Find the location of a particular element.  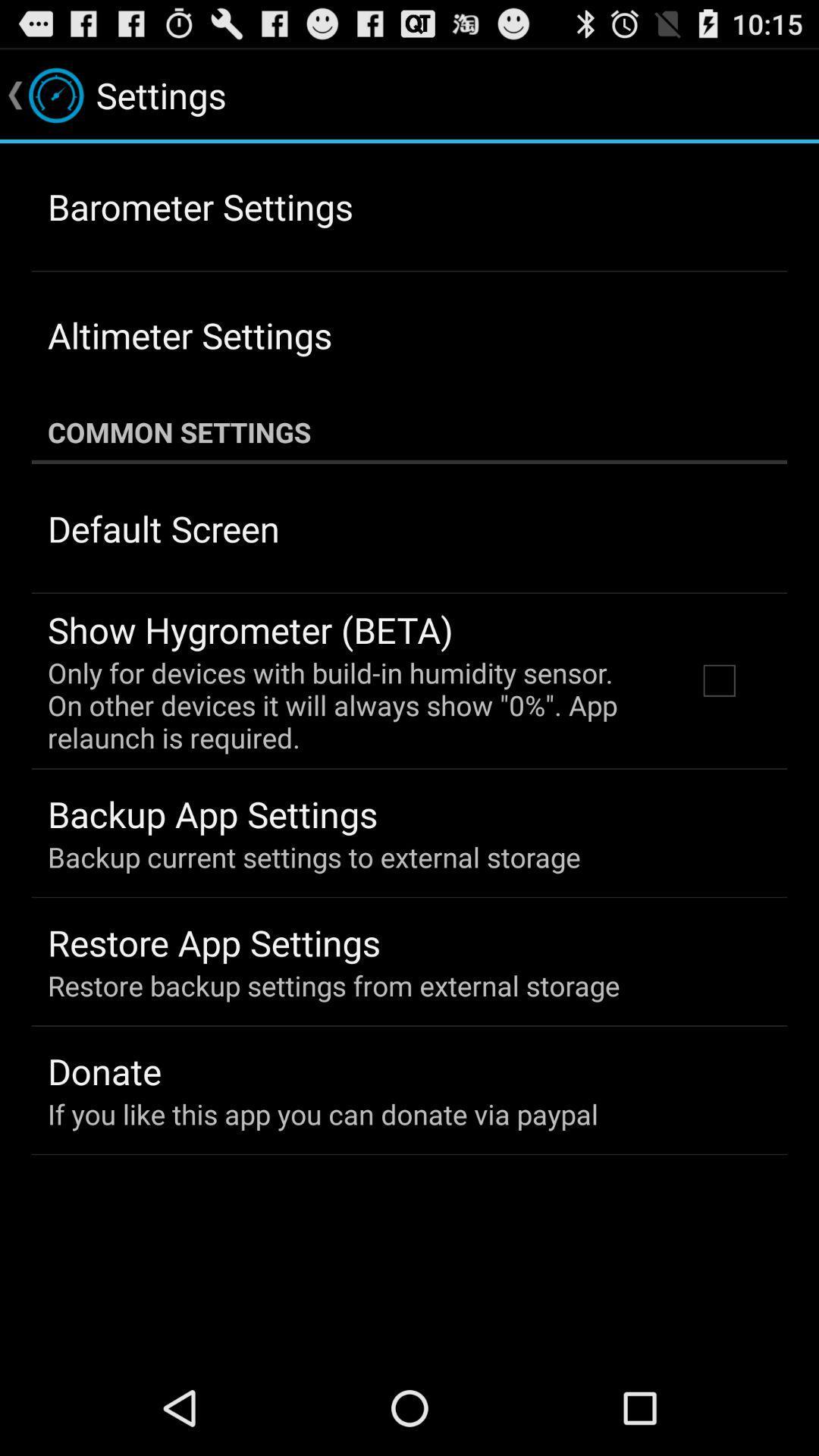

item to the right of the only for devices app is located at coordinates (718, 679).